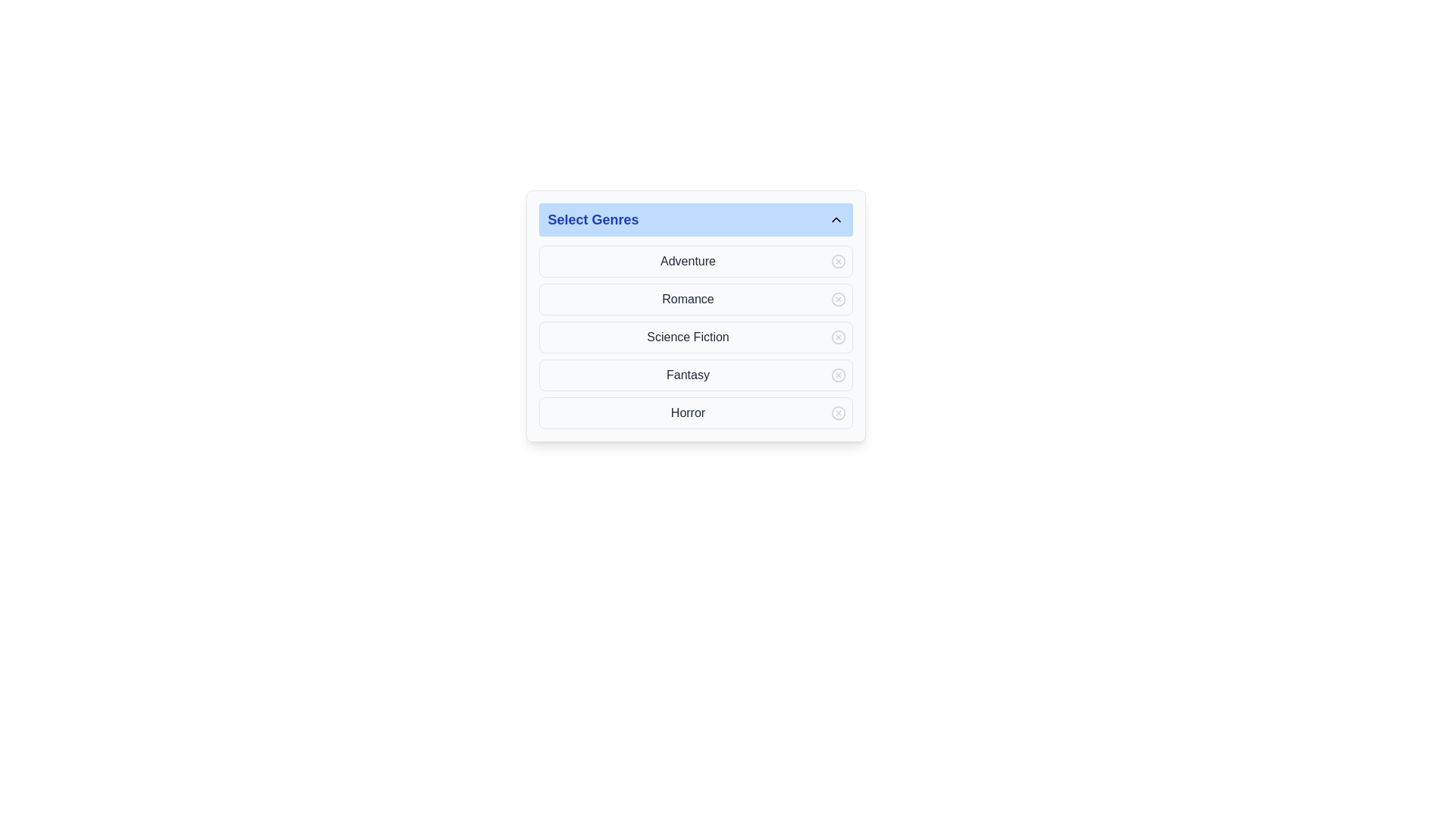 The width and height of the screenshot is (1456, 819). What do you see at coordinates (687, 260) in the screenshot?
I see `text content of the genre 'Adventure' which is the first entry in the selectable list under the heading 'Select Genres.'` at bounding box center [687, 260].